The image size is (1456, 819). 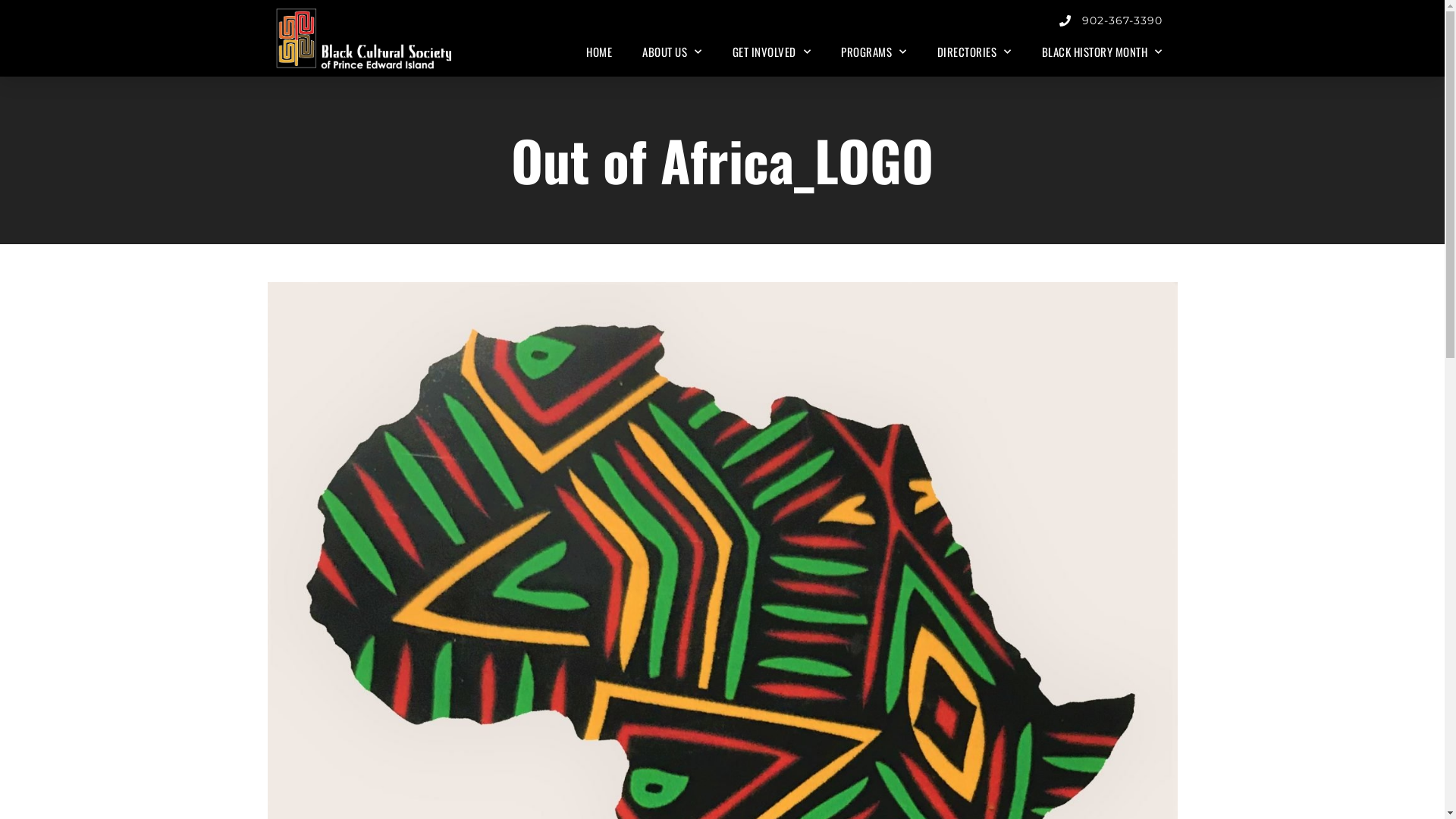 I want to click on 'PROGRAMS', so click(x=874, y=51).